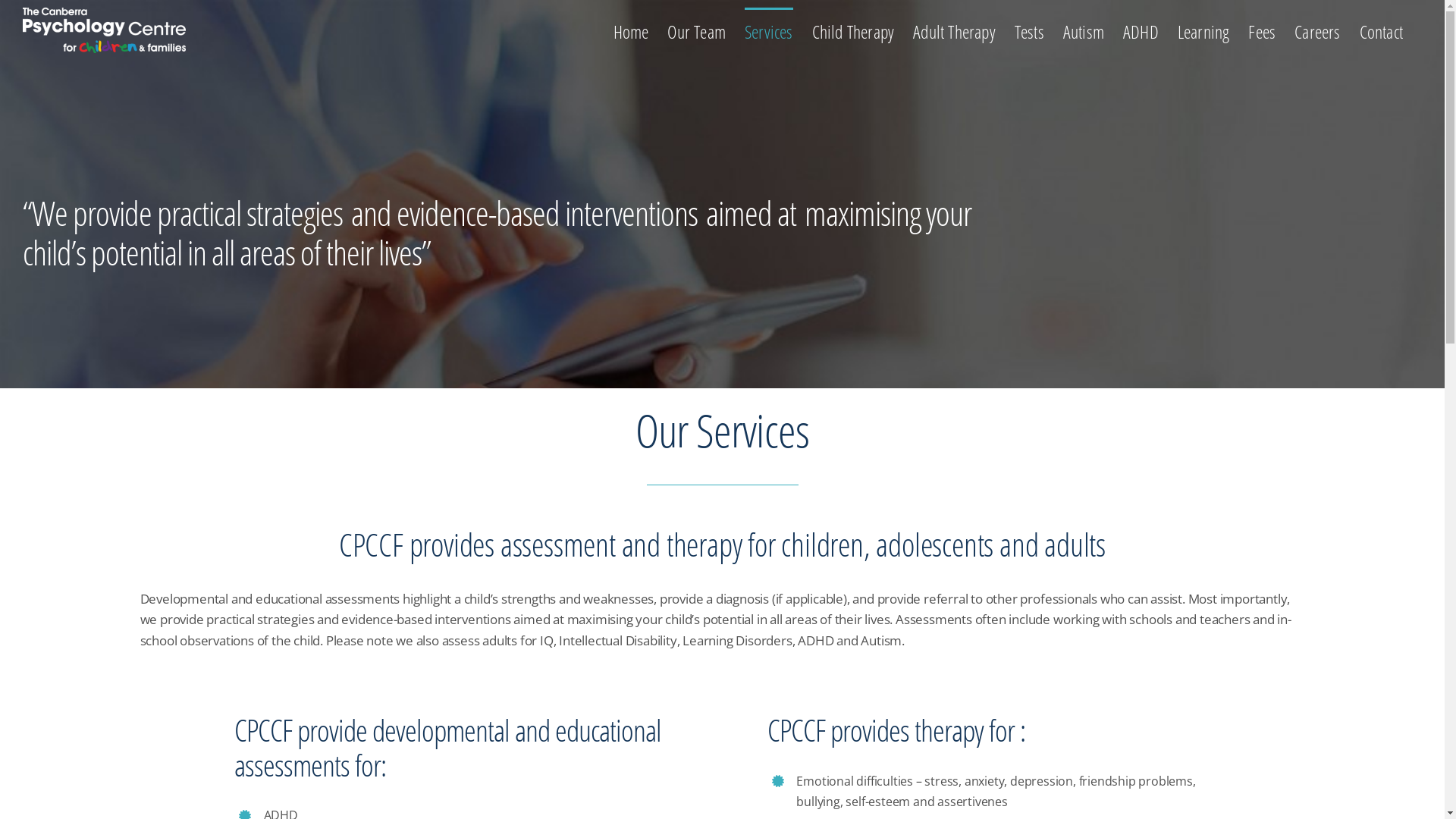 Image resolution: width=1456 pixels, height=819 pixels. Describe the element at coordinates (1177, 30) in the screenshot. I see `'Learning'` at that location.